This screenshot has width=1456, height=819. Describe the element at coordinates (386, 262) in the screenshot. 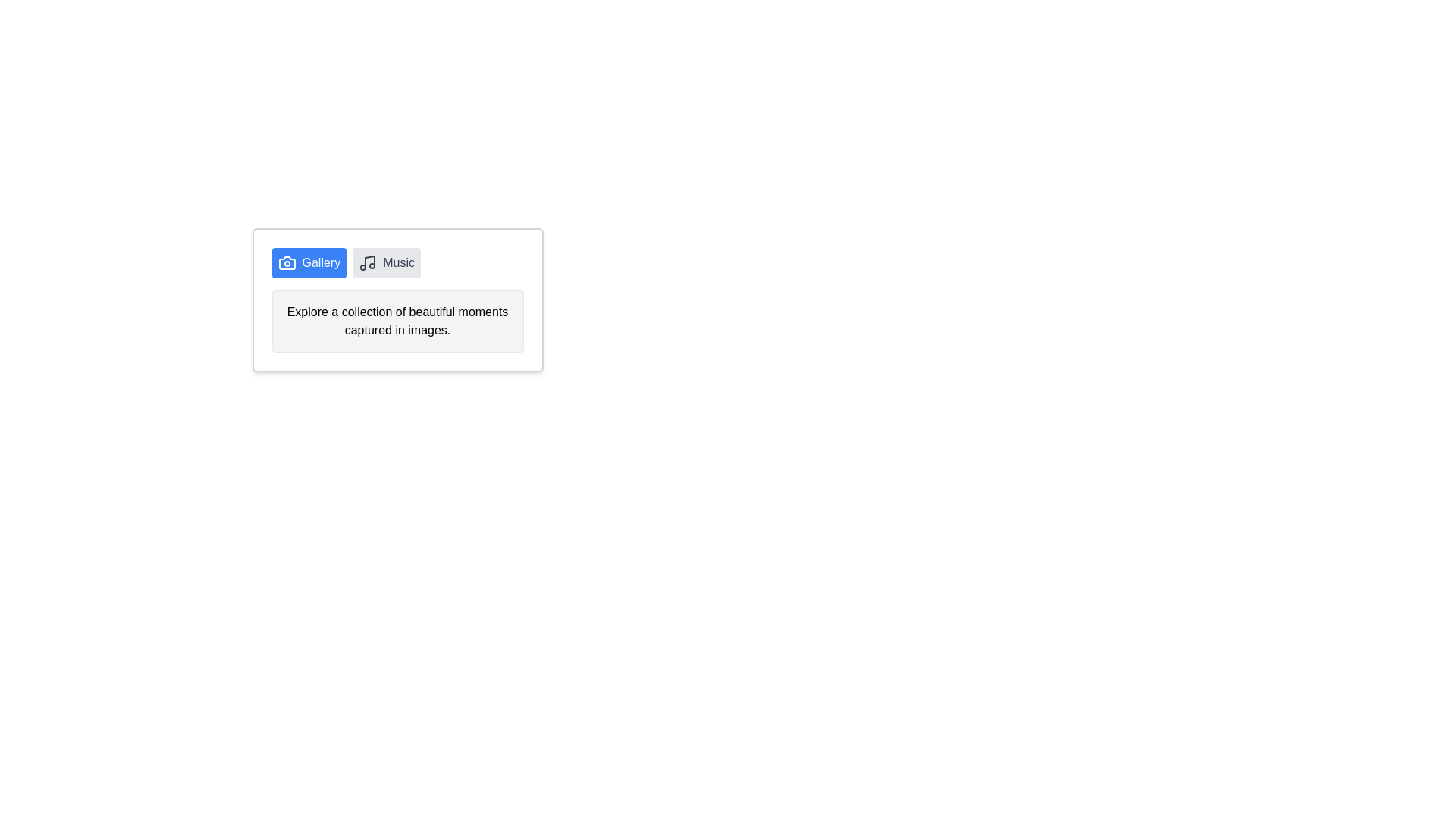

I see `the 'Music' tab button to switch to its content` at that location.